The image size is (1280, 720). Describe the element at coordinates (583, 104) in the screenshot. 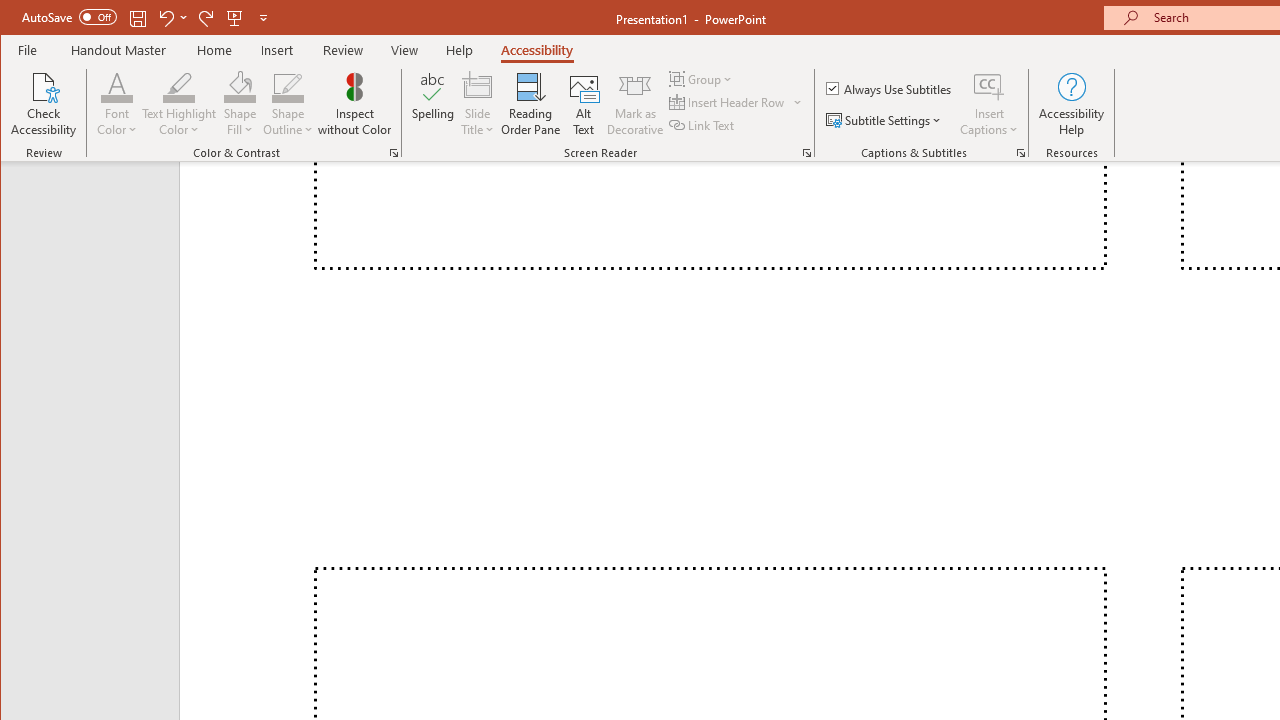

I see `'Alt Text'` at that location.